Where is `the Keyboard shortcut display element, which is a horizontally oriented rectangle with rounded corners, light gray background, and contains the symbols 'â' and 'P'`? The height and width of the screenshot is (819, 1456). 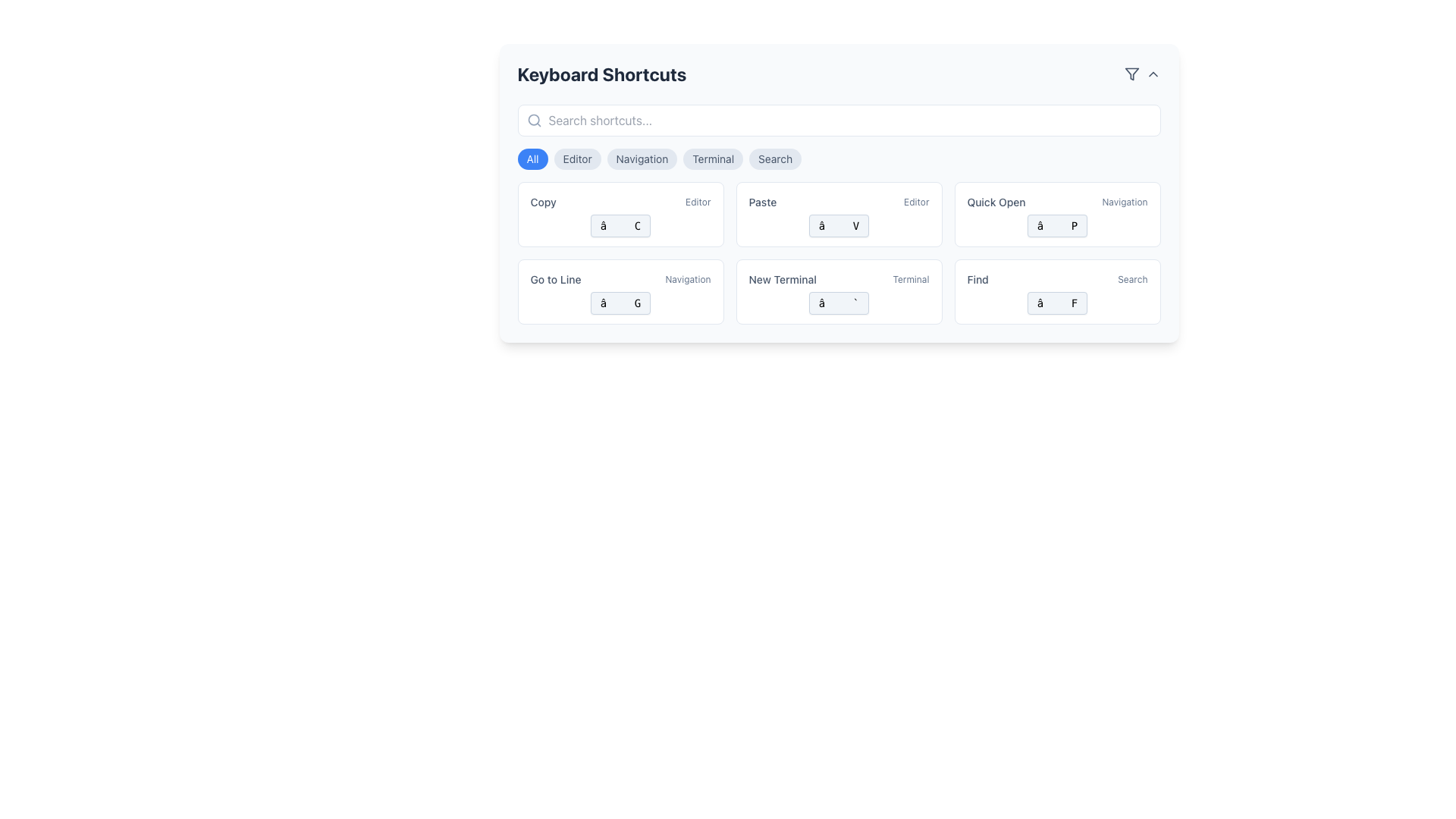 the Keyboard shortcut display element, which is a horizontally oriented rectangle with rounded corners, light gray background, and contains the symbols 'â' and 'P' is located at coordinates (1056, 225).